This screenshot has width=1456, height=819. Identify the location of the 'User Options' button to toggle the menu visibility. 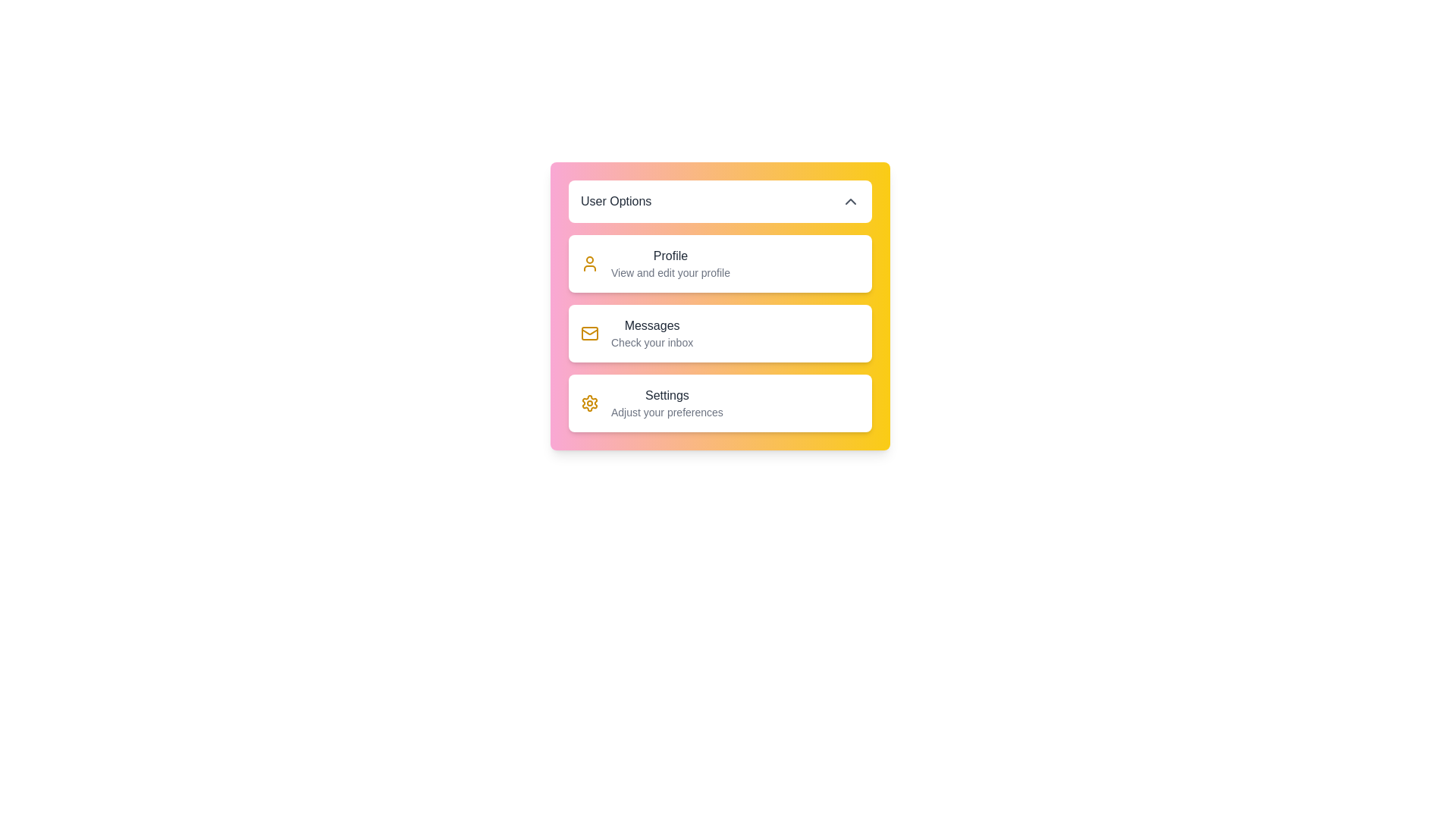
(720, 201).